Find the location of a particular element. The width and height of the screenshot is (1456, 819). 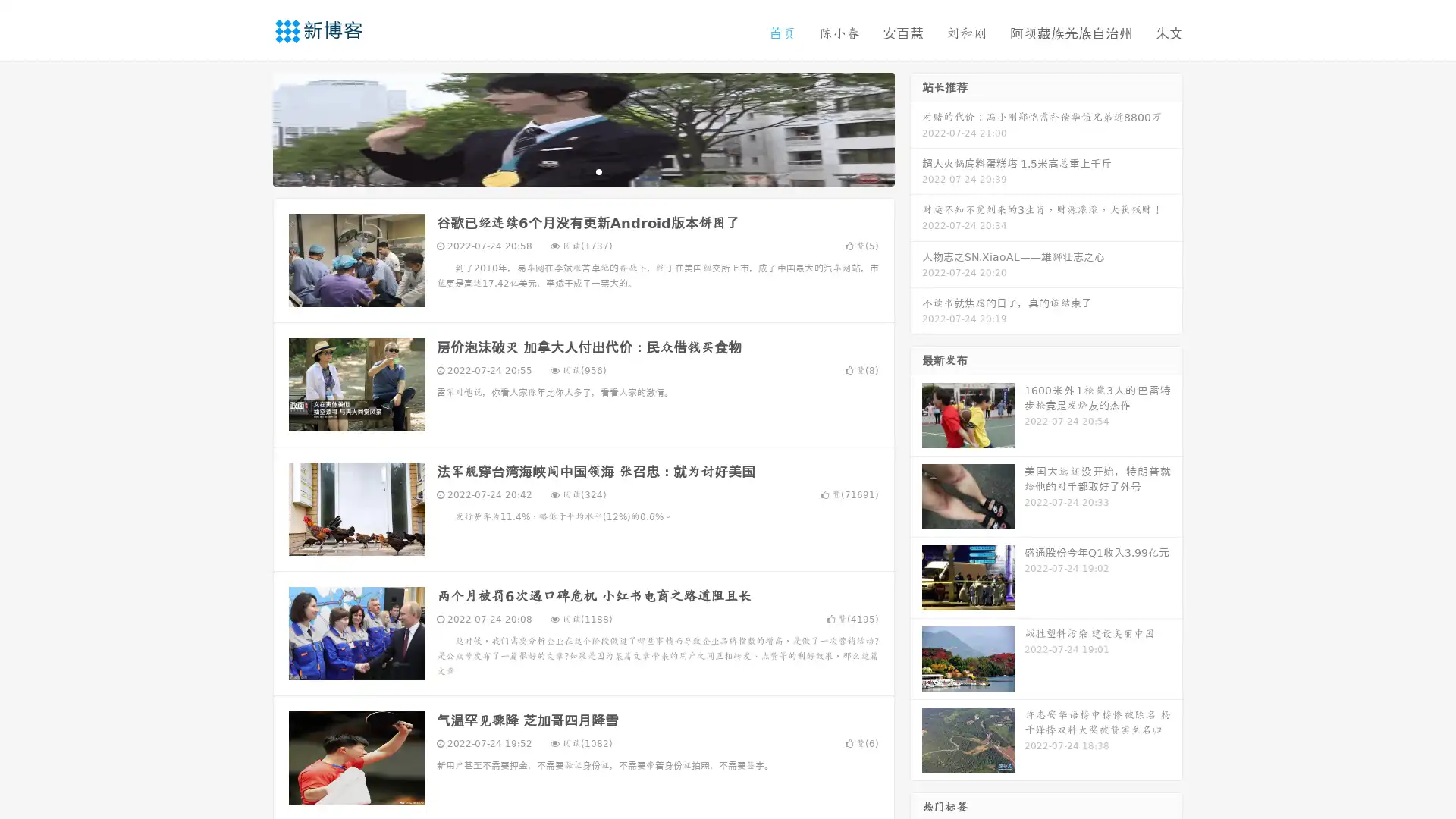

Go to slide 3 is located at coordinates (598, 171).